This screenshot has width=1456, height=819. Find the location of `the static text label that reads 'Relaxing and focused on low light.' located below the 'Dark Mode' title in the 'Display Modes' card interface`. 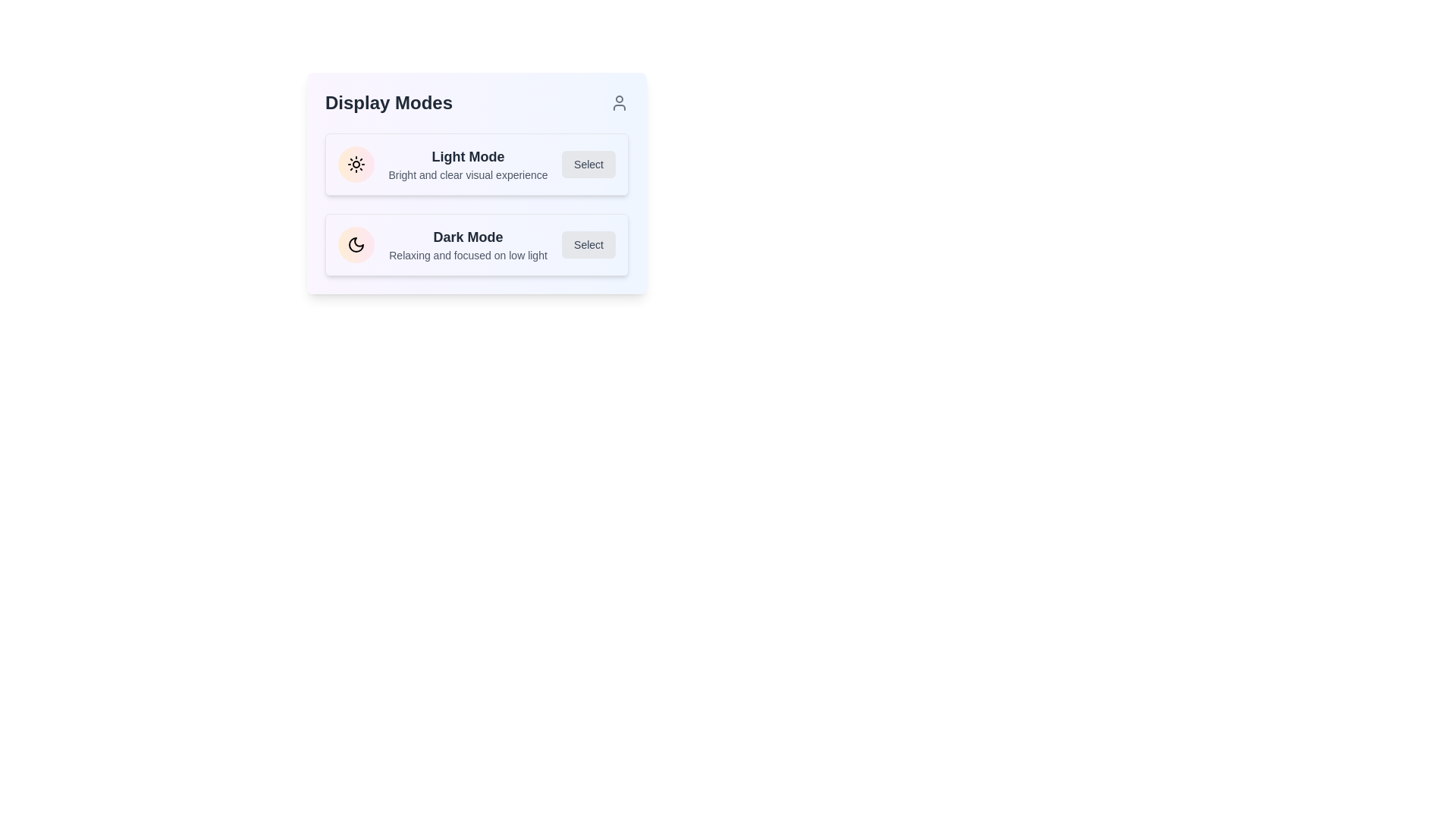

the static text label that reads 'Relaxing and focused on low light.' located below the 'Dark Mode' title in the 'Display Modes' card interface is located at coordinates (467, 254).